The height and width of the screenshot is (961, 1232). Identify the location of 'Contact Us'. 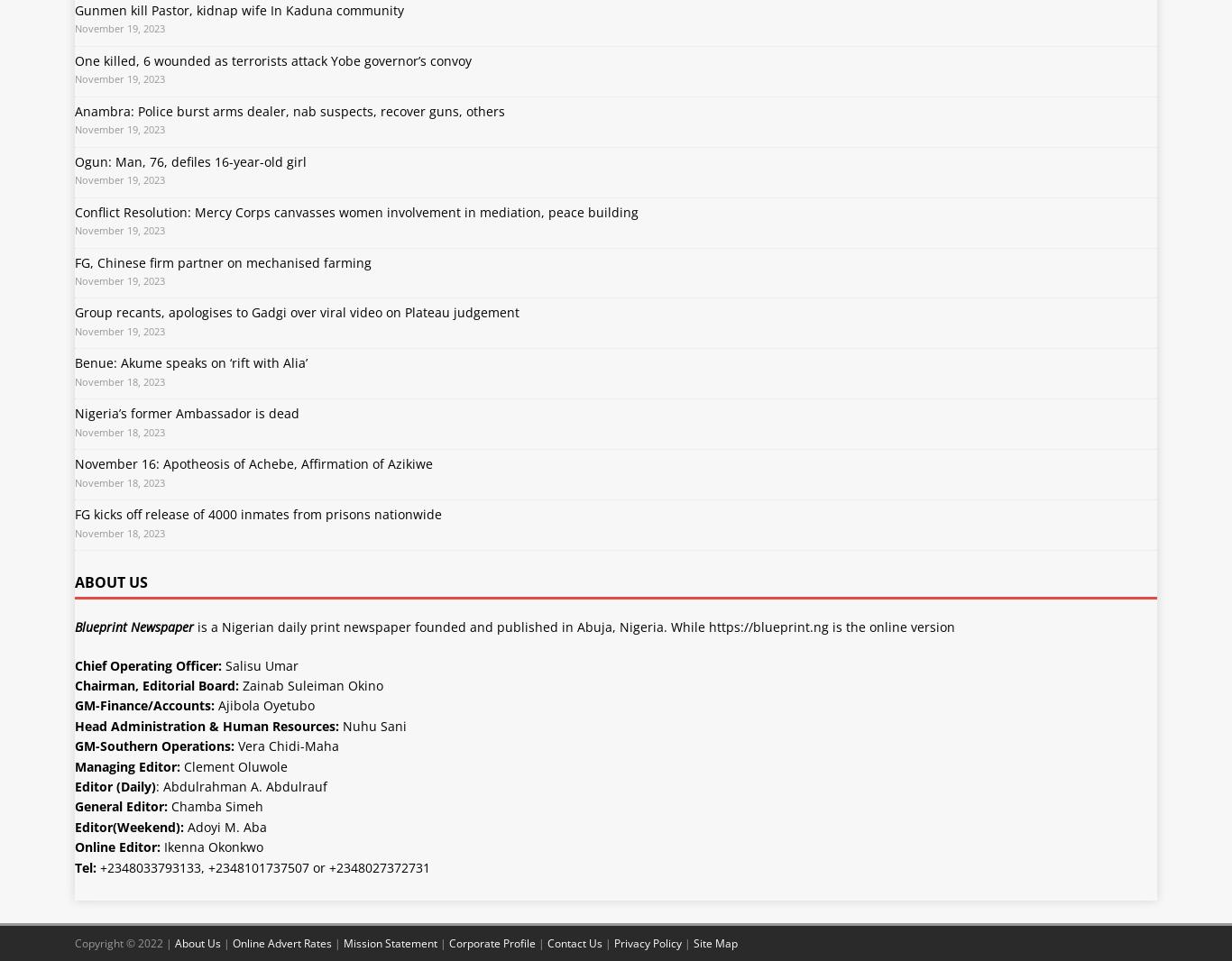
(574, 942).